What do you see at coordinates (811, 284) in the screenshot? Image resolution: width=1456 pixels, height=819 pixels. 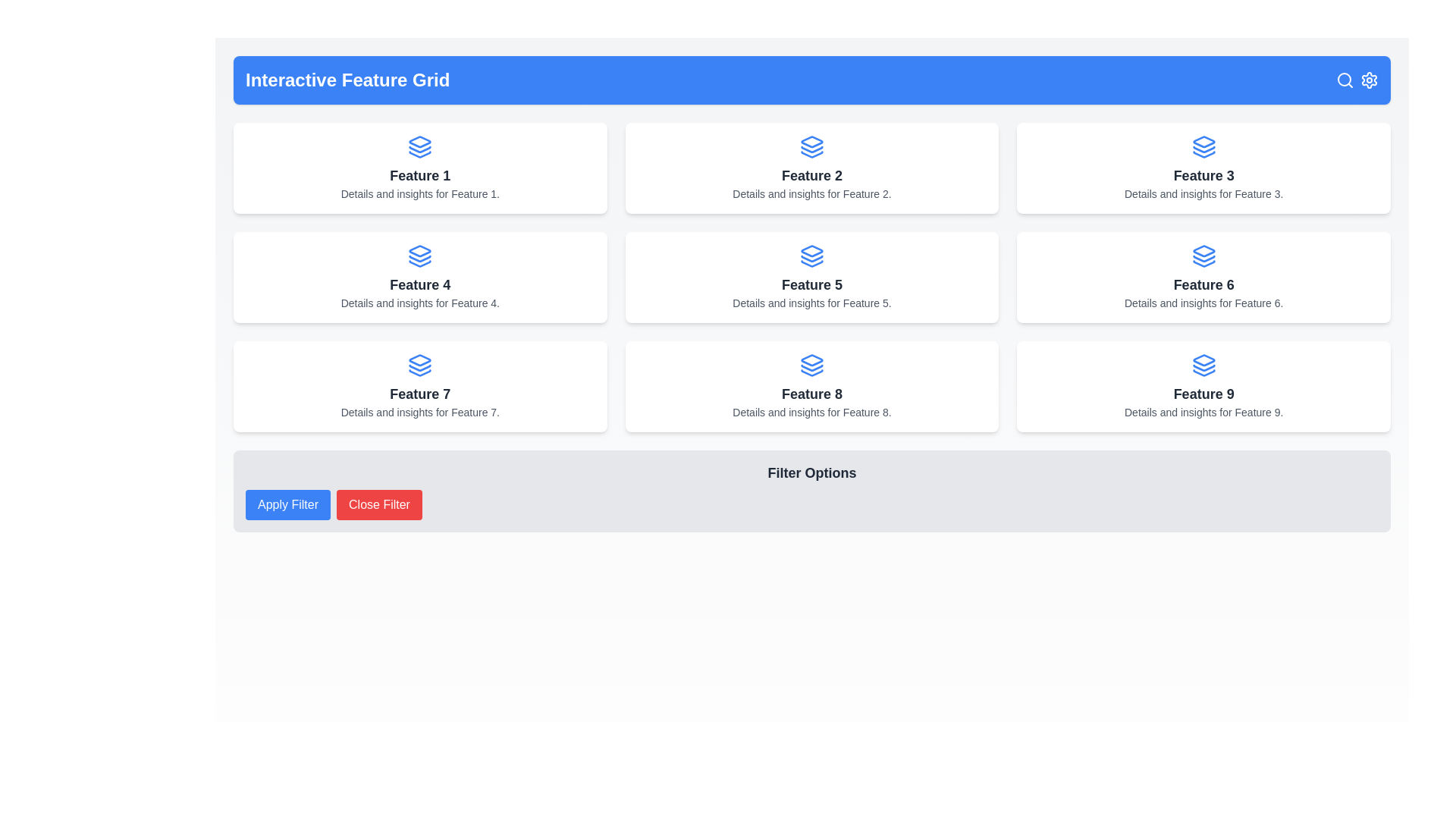 I see `the 'Feature 5' text label, which is styled in bold and larger font size, to associate it with the card for navigation` at bounding box center [811, 284].